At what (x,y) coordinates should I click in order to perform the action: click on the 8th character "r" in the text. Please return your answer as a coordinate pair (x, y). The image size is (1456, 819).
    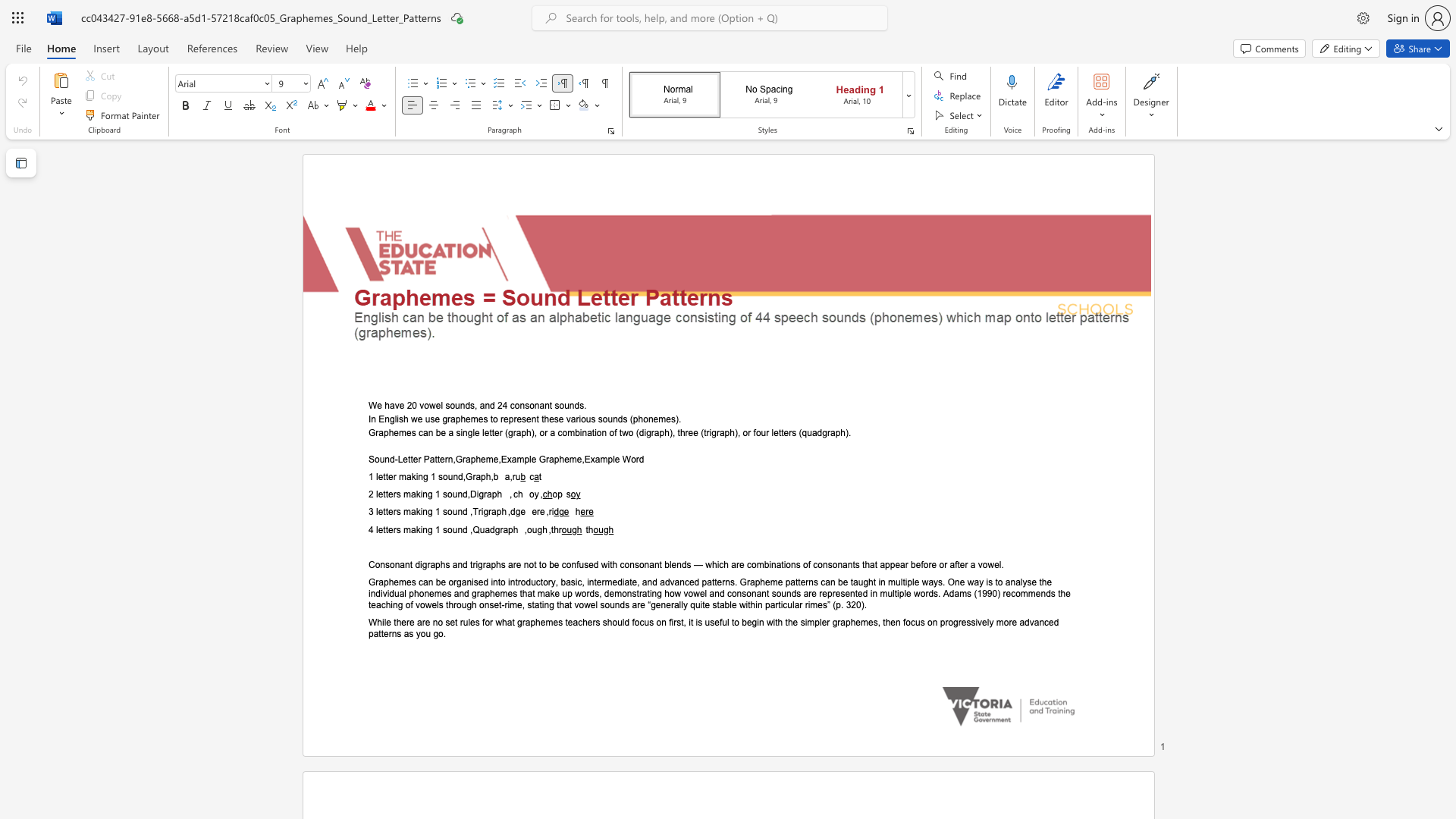
    Looking at the image, I should click on (945, 564).